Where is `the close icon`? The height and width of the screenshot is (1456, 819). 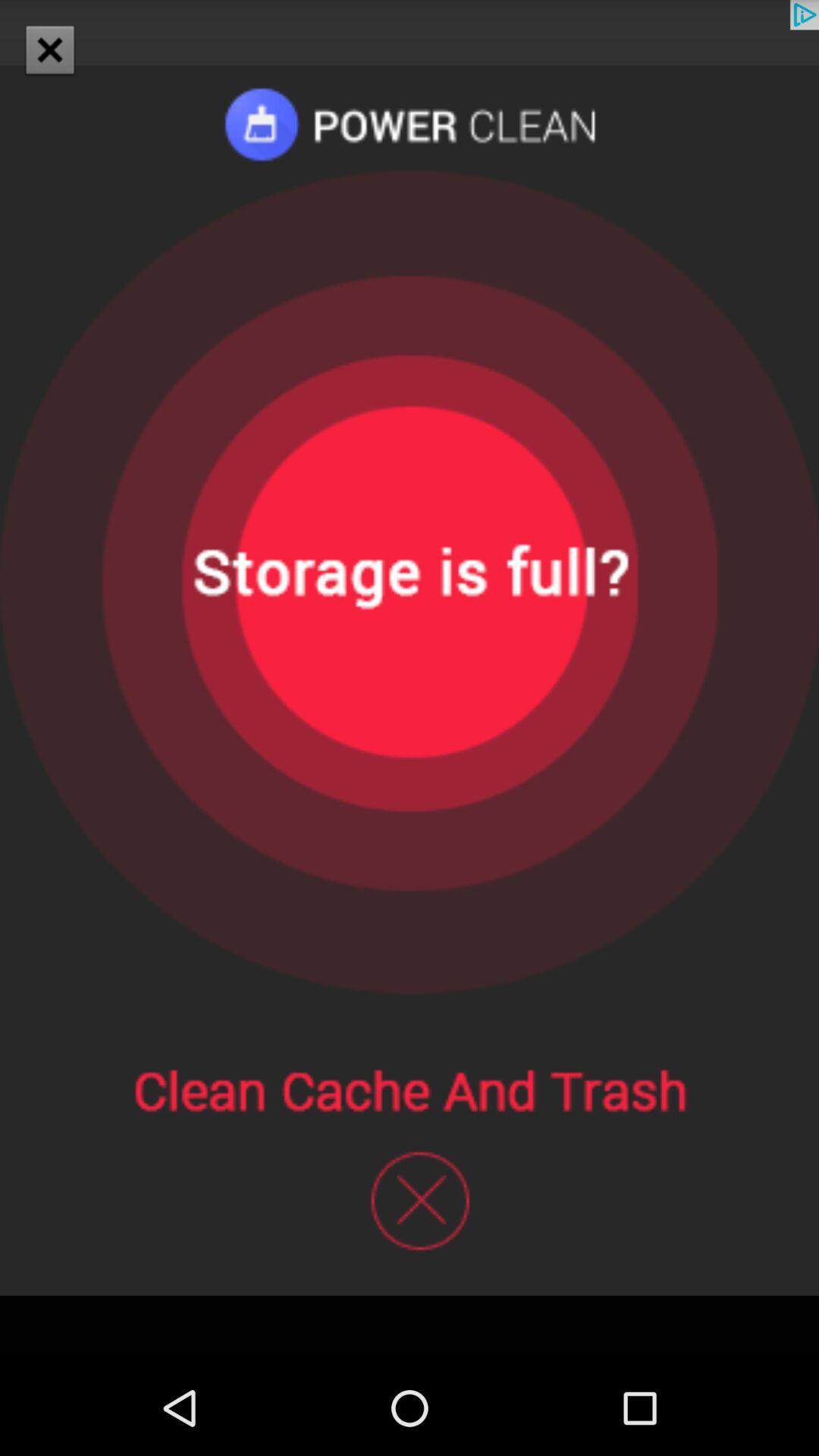 the close icon is located at coordinates (49, 53).